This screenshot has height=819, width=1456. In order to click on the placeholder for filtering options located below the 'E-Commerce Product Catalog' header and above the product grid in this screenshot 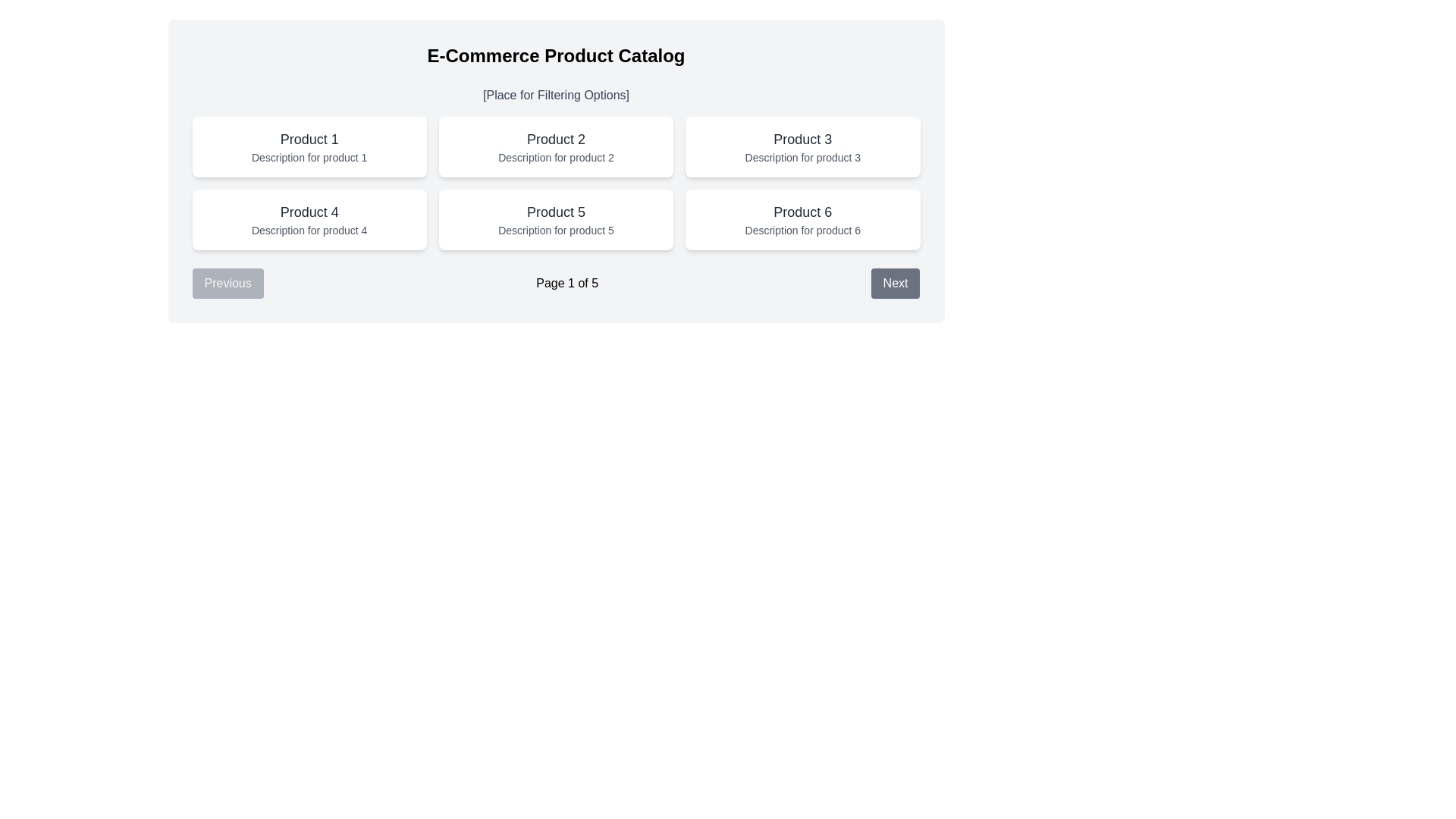, I will do `click(555, 96)`.